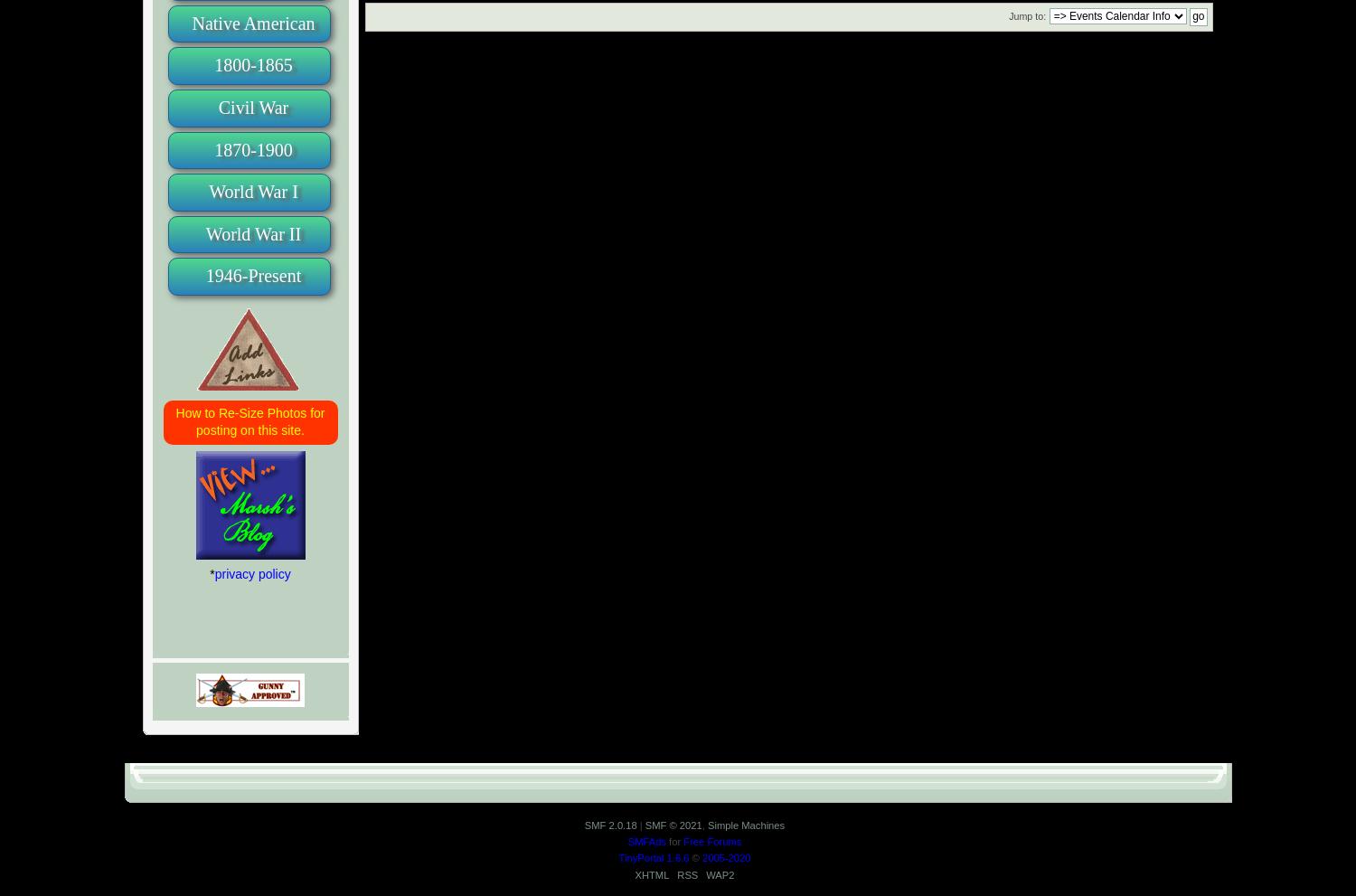 This screenshot has height=896, width=1356. Describe the element at coordinates (706, 875) in the screenshot. I see `'WAP2'` at that location.